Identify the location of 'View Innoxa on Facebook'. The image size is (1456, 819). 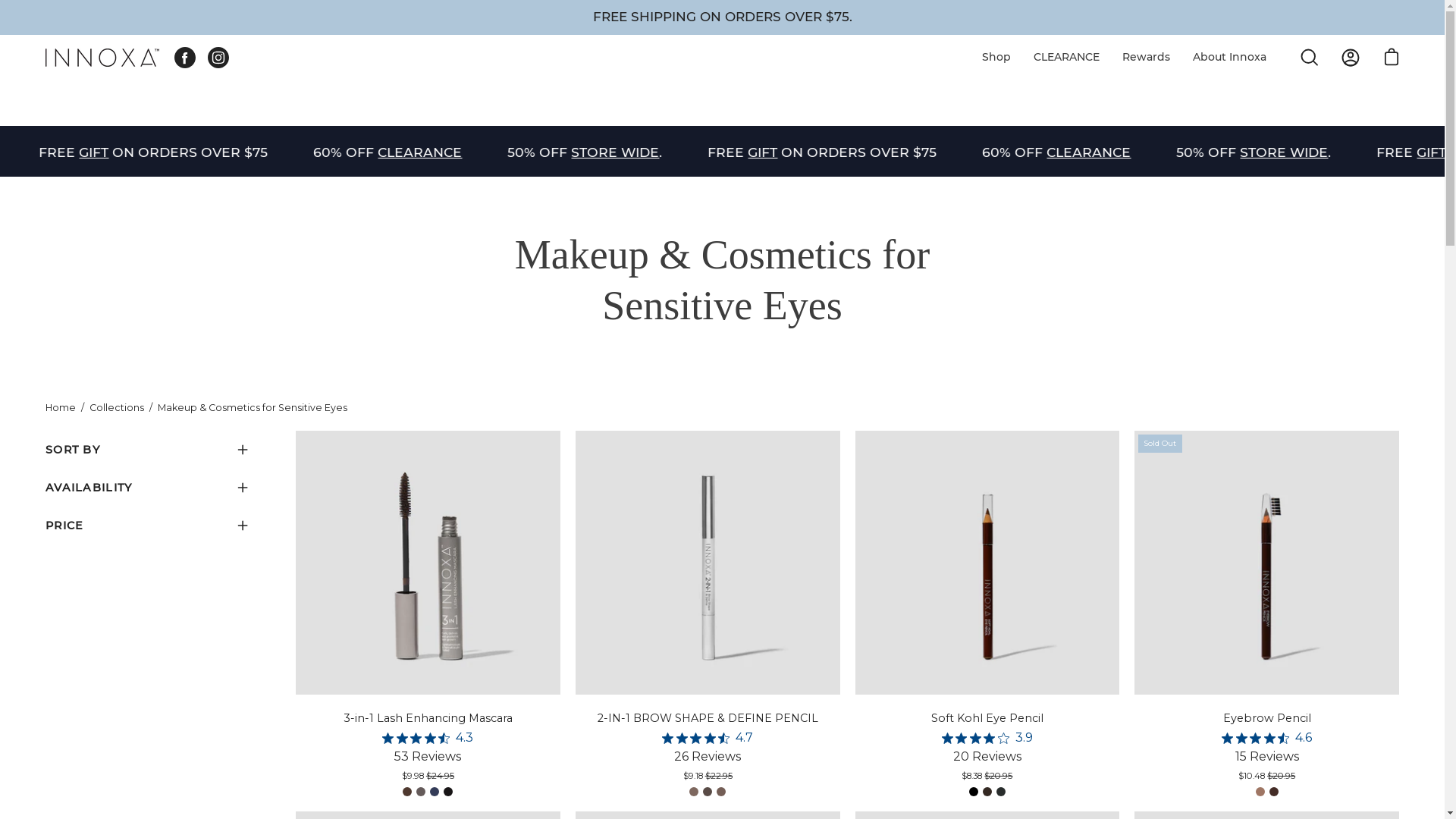
(184, 57).